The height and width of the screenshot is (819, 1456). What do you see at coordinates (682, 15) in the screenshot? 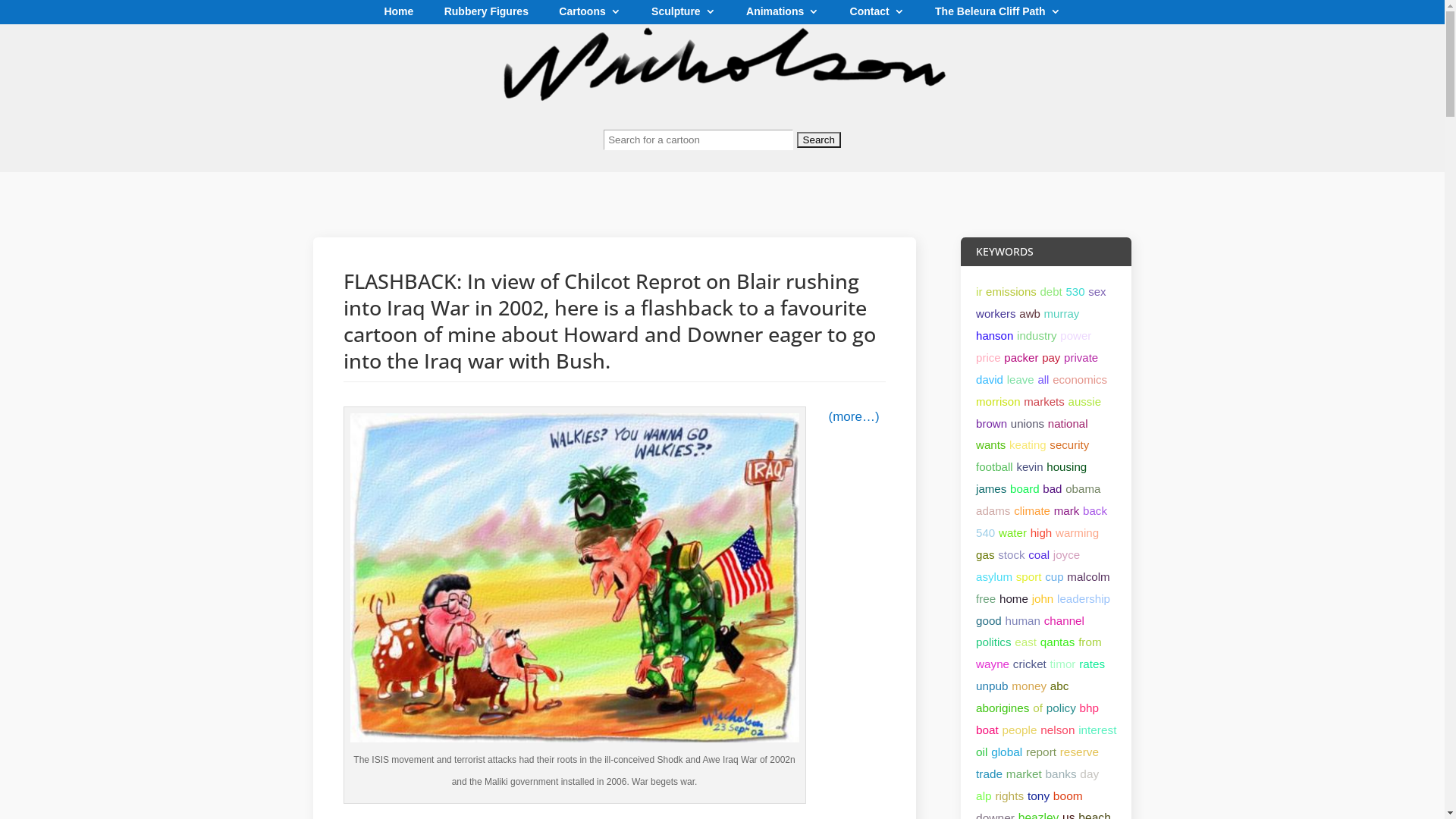
I see `'Sculpture'` at bounding box center [682, 15].